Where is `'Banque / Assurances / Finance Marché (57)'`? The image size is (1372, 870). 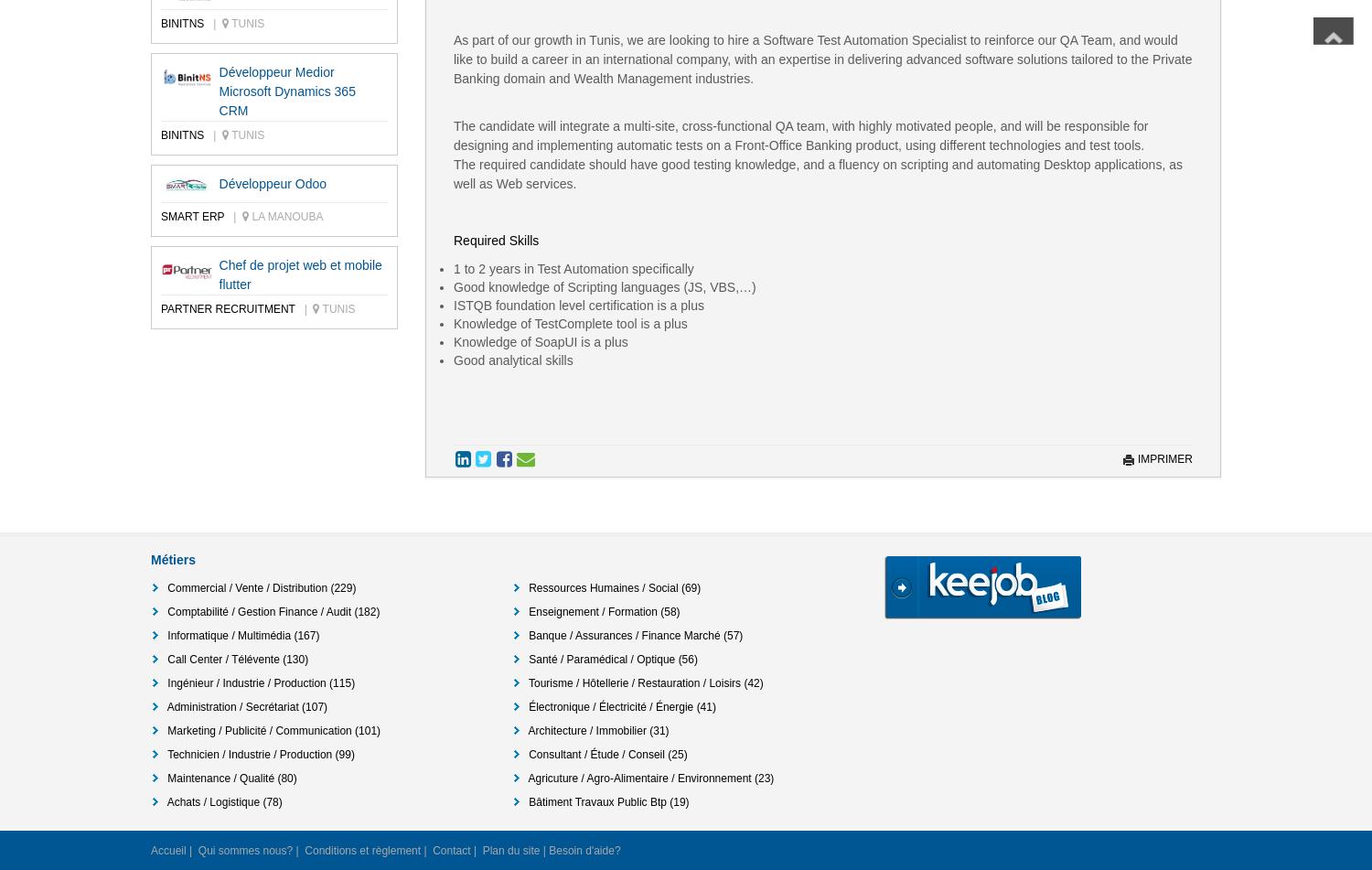 'Banque / Assurances / Finance Marché (57)' is located at coordinates (634, 634).